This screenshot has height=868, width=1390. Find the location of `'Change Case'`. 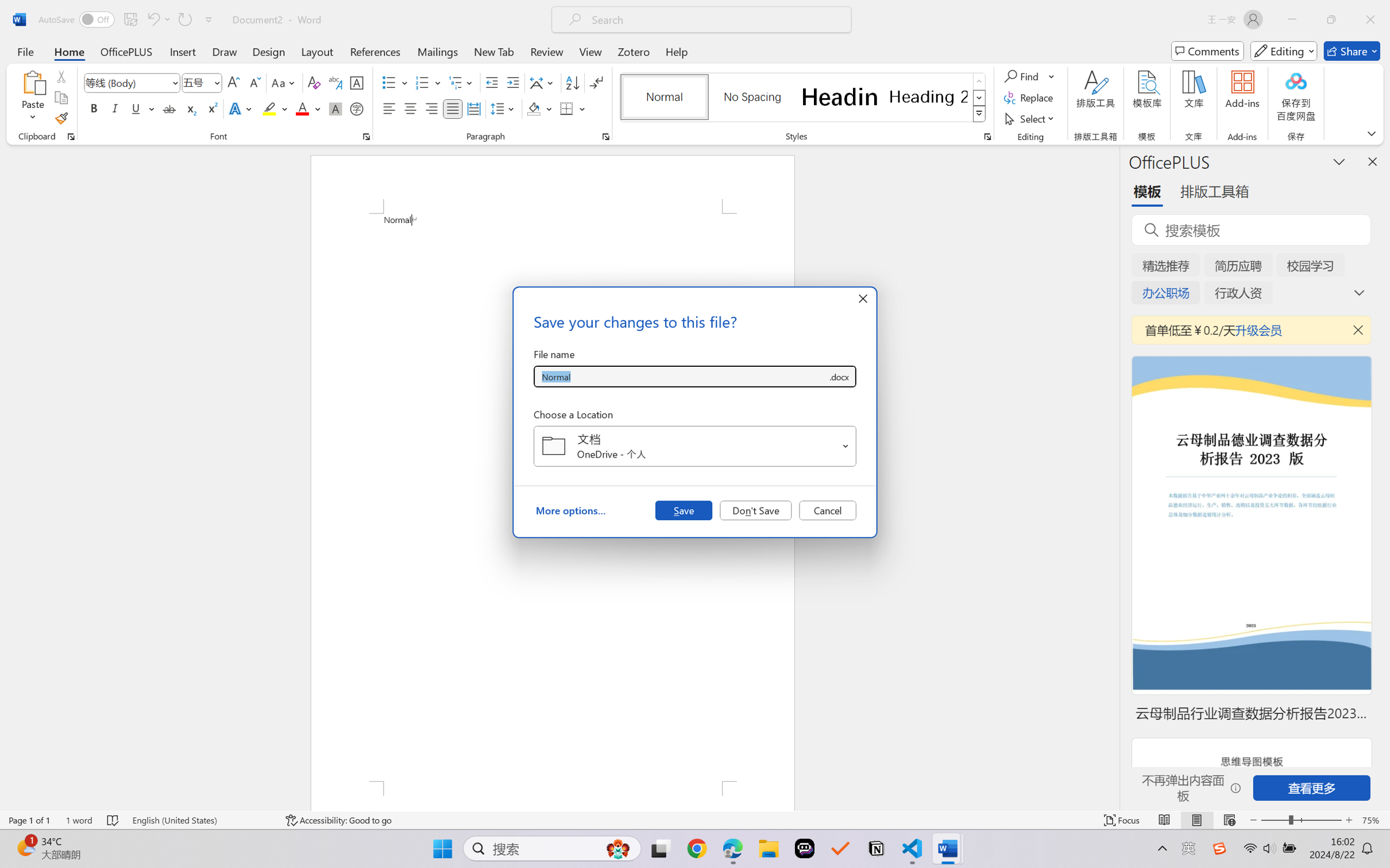

'Change Case' is located at coordinates (283, 83).